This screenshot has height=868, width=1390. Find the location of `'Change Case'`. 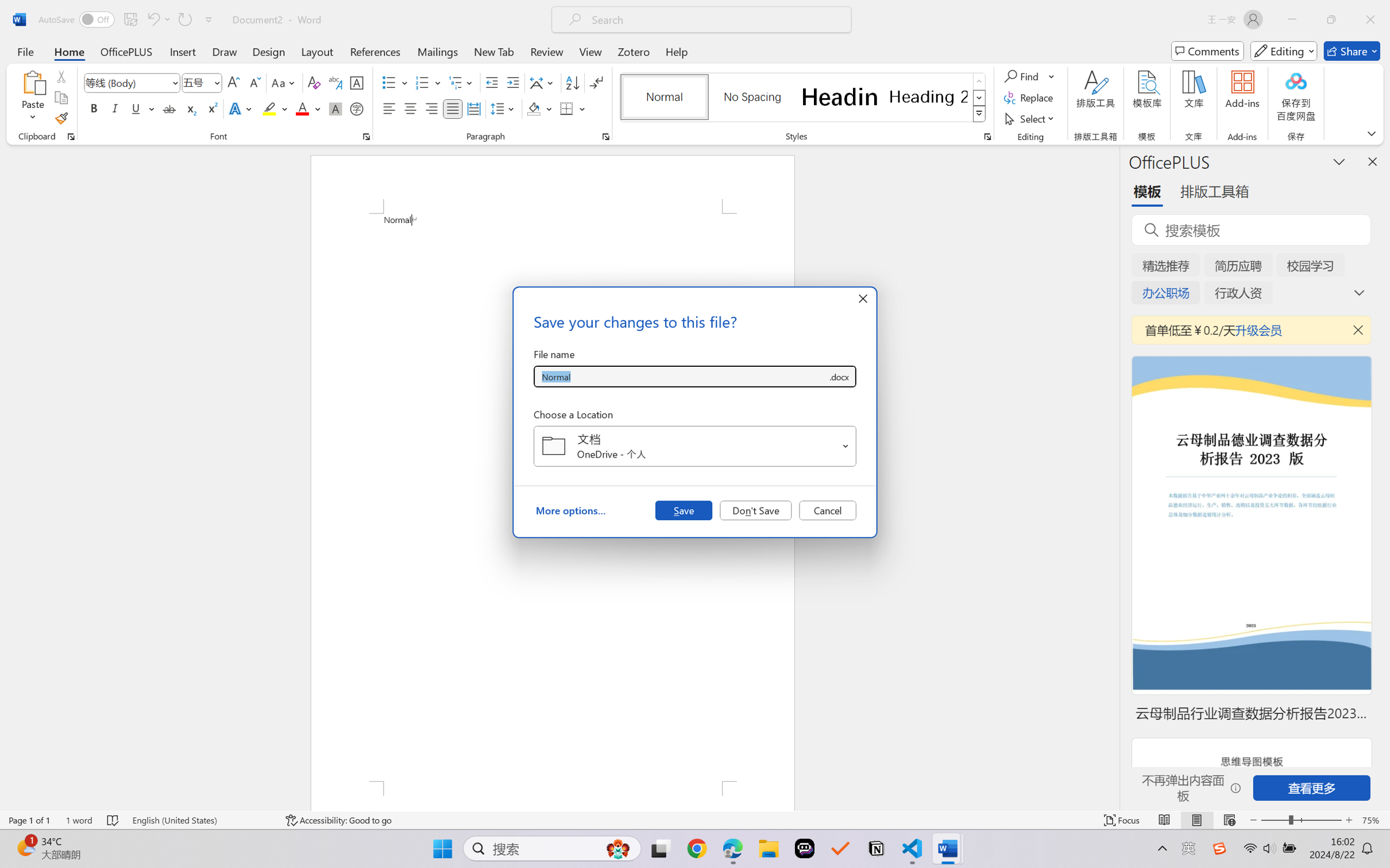

'Change Case' is located at coordinates (283, 83).